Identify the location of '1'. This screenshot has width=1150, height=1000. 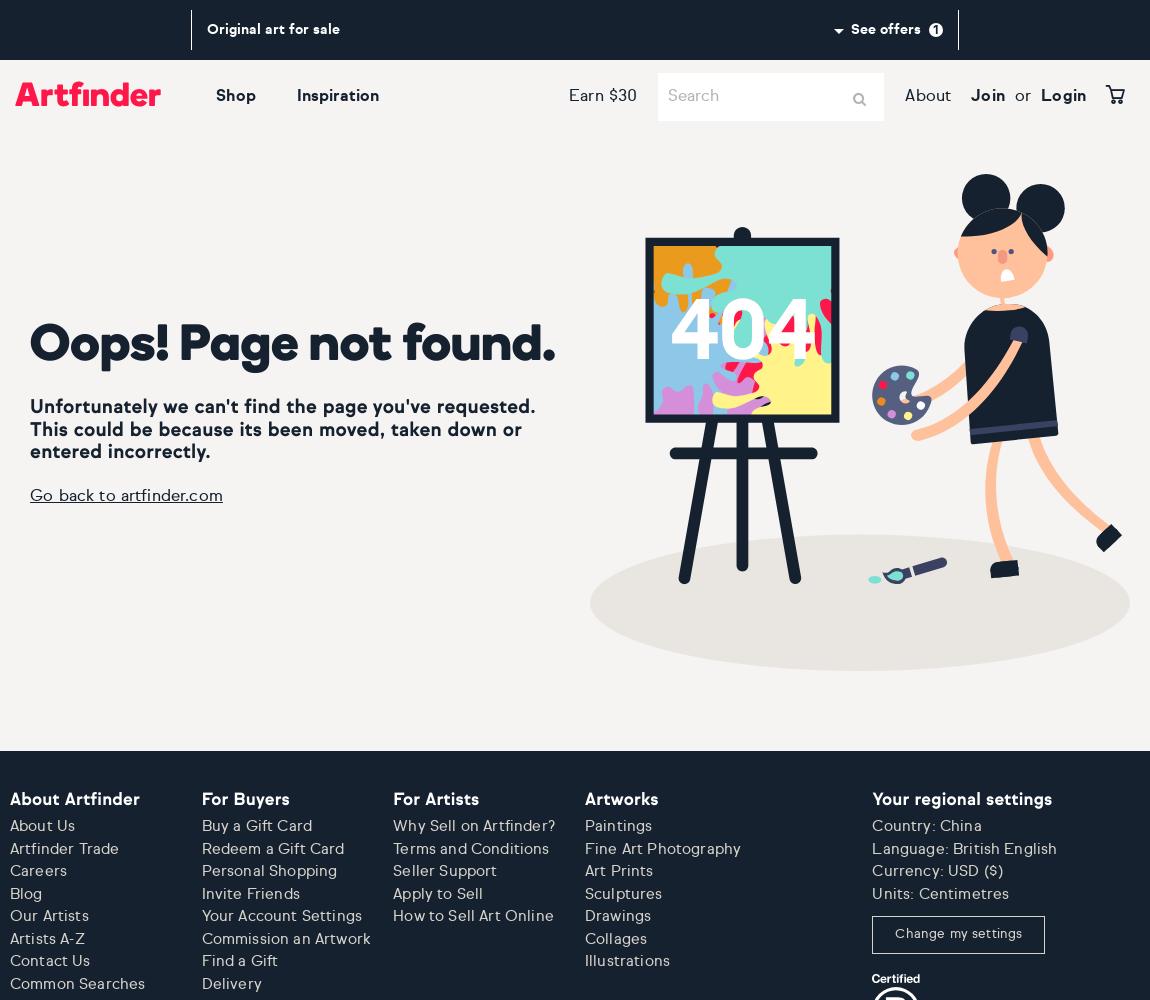
(932, 30).